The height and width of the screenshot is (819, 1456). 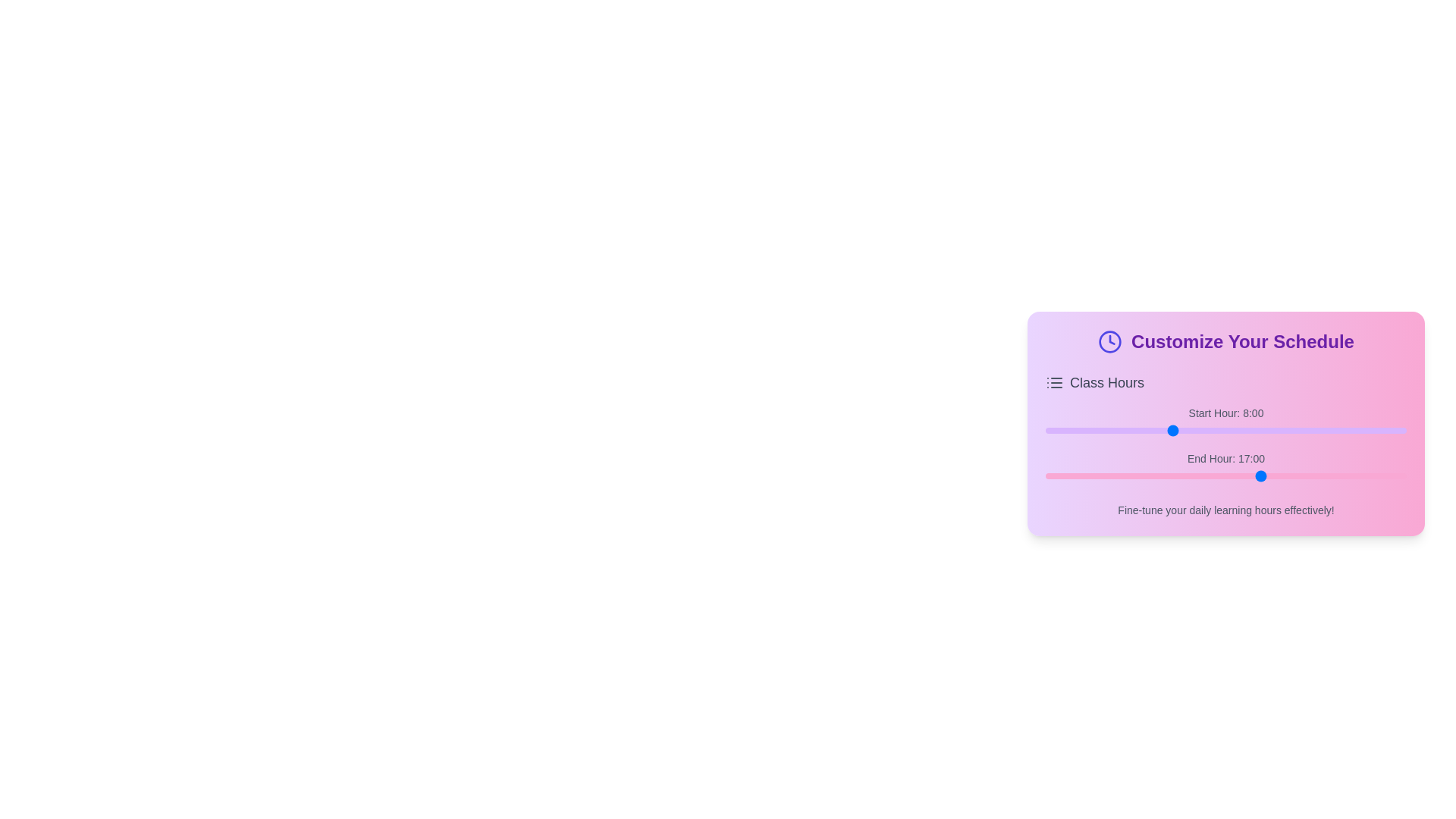 I want to click on the end hour slider to 21, so click(x=1358, y=475).